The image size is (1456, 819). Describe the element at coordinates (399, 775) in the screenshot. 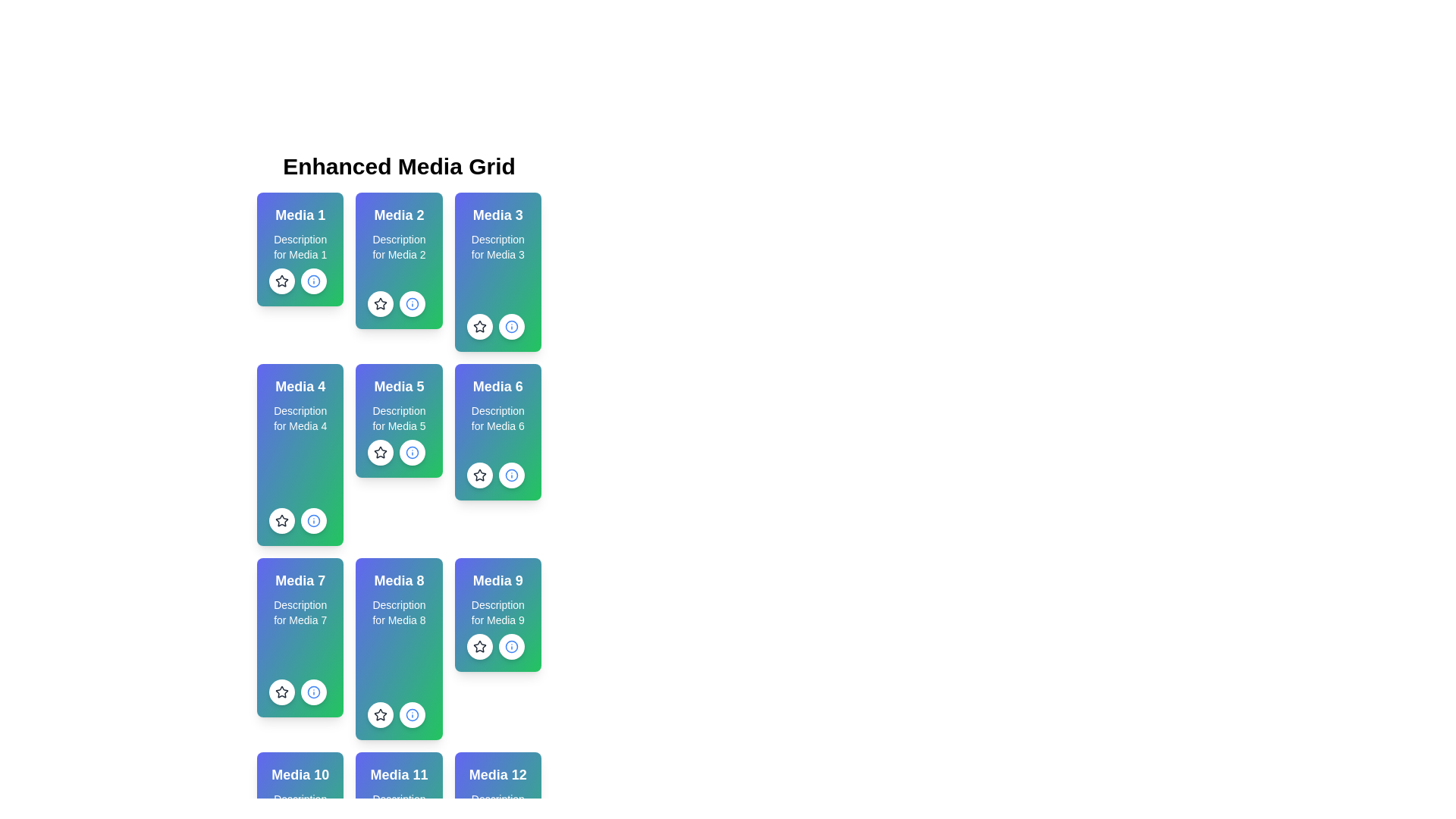

I see `the Static Text Label reading 'Media 11', which is styled with a large and bold white font against a gradient background, located at the top of its card-like structure in the grid layout` at that location.